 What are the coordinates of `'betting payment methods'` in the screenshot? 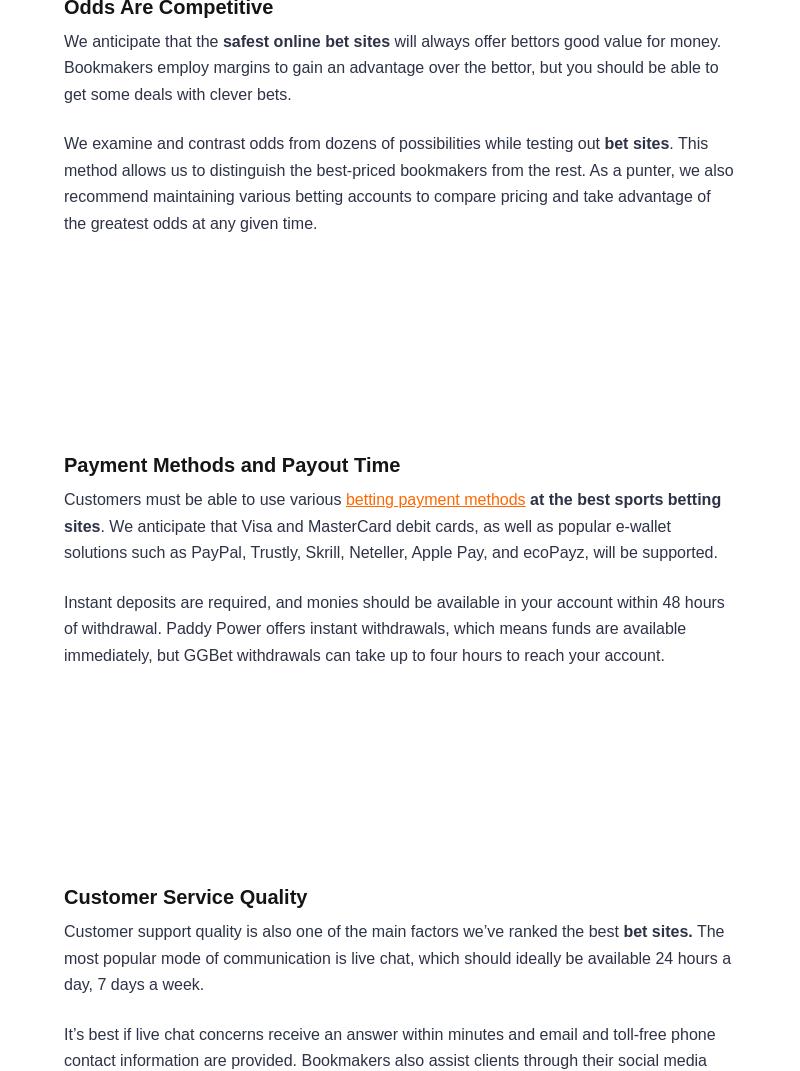 It's located at (433, 498).